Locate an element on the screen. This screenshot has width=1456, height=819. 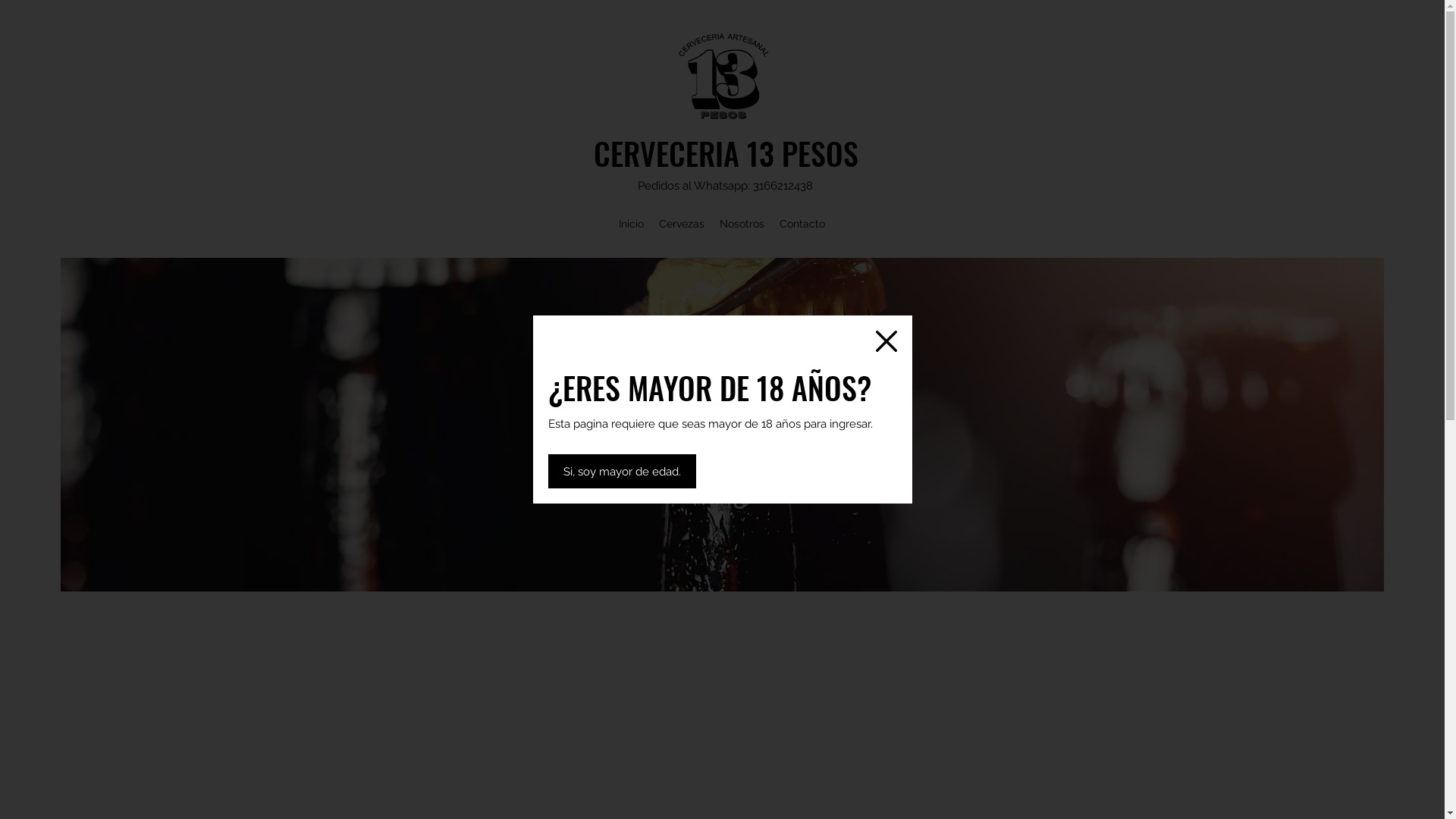
'Contacto' is located at coordinates (801, 223).